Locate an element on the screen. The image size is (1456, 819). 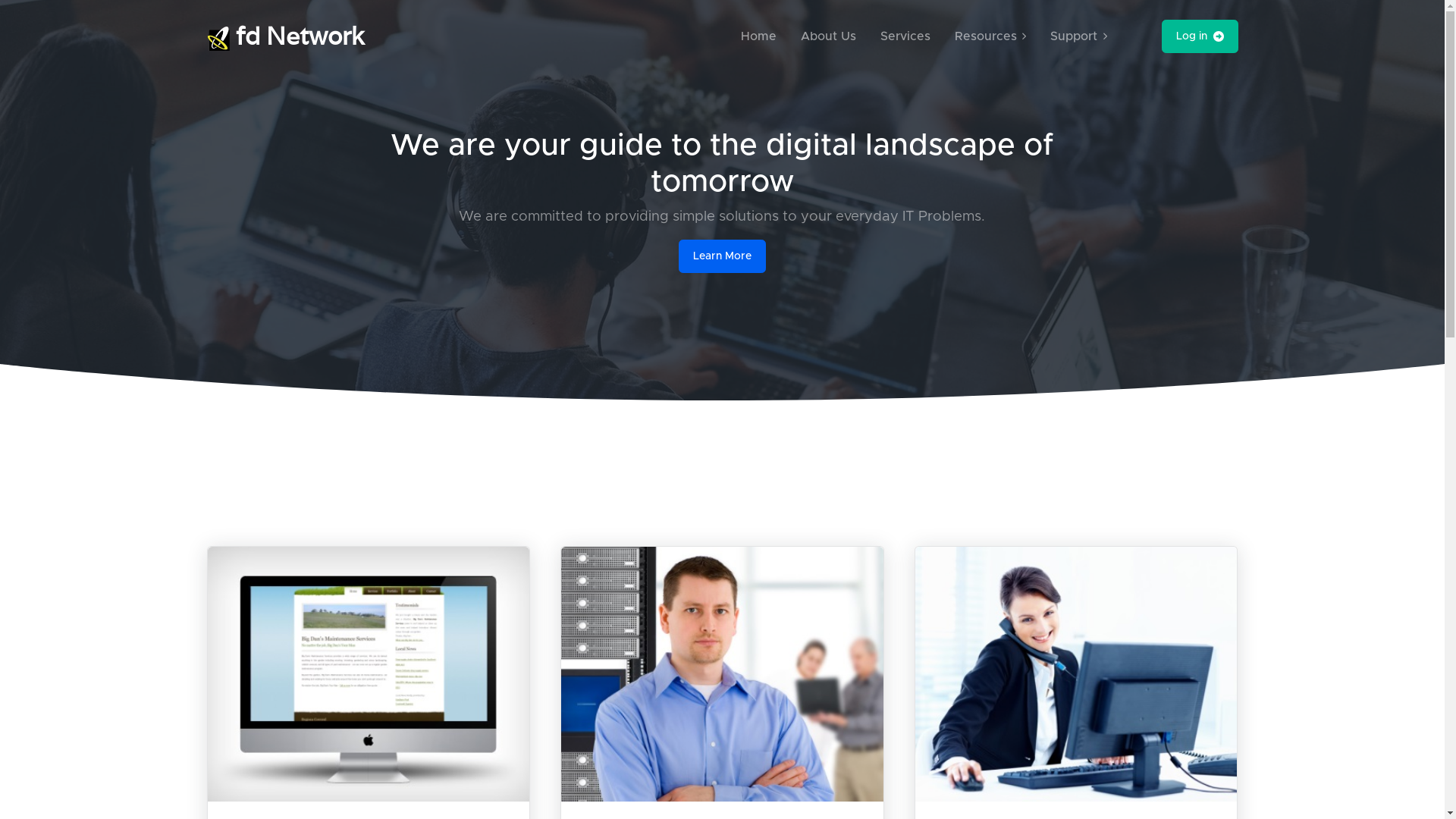
'Home' is located at coordinates (758, 35).